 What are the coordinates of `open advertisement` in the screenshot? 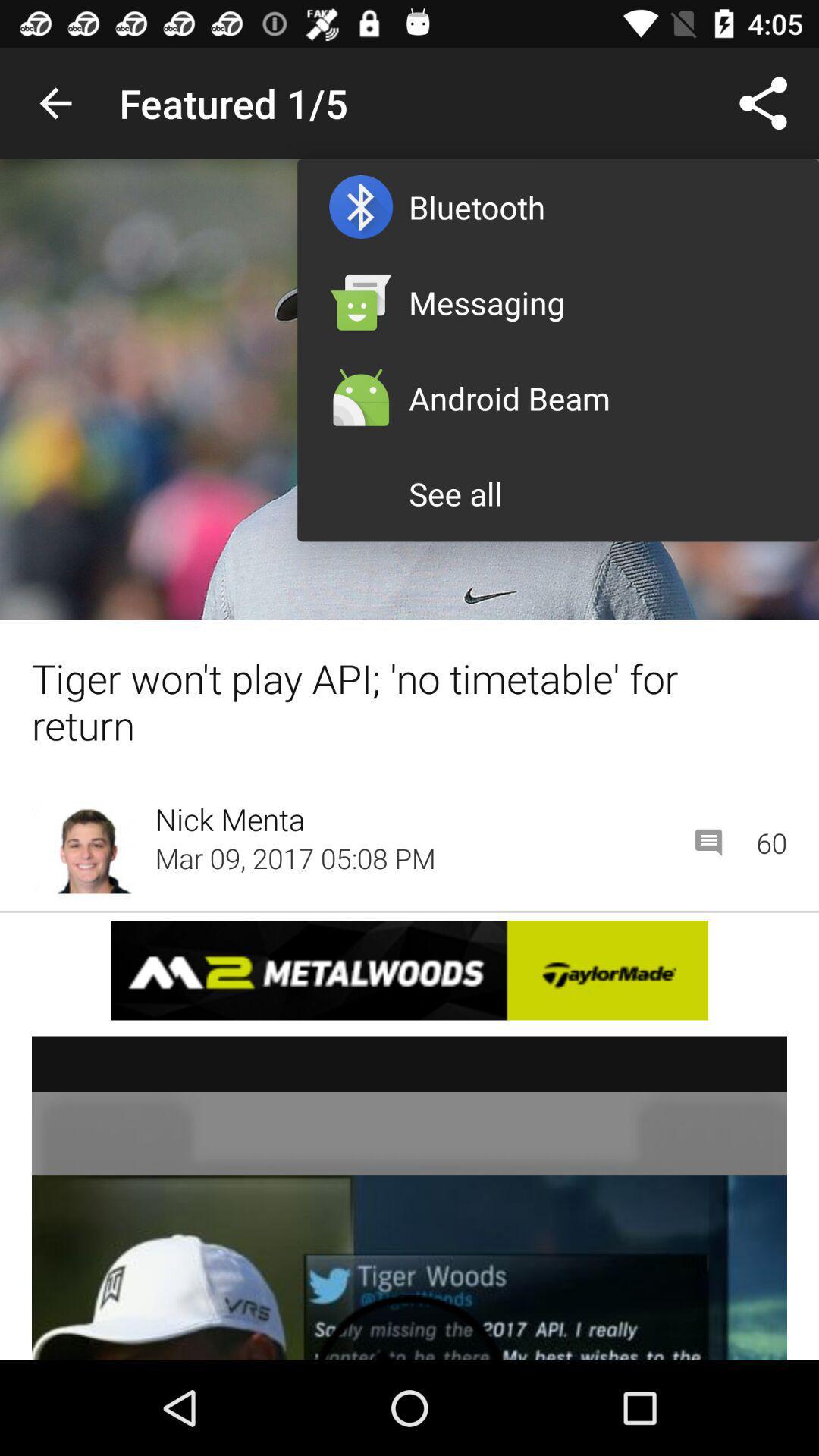 It's located at (409, 969).